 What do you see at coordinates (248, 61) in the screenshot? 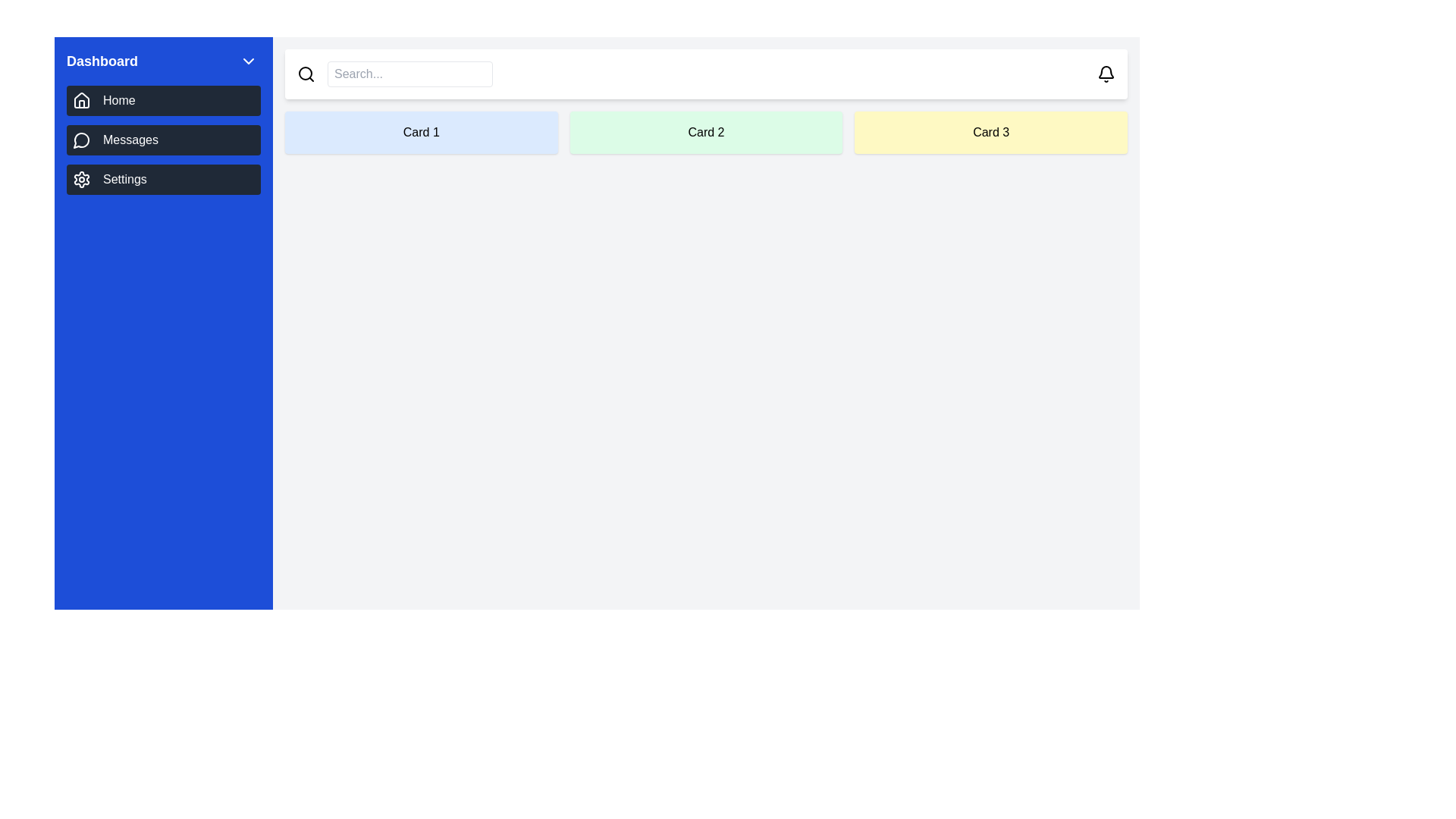
I see `the downward arrow icon located in the top-right corner of the blue side navigation bar, adjacent to the 'Dashboard' text` at bounding box center [248, 61].